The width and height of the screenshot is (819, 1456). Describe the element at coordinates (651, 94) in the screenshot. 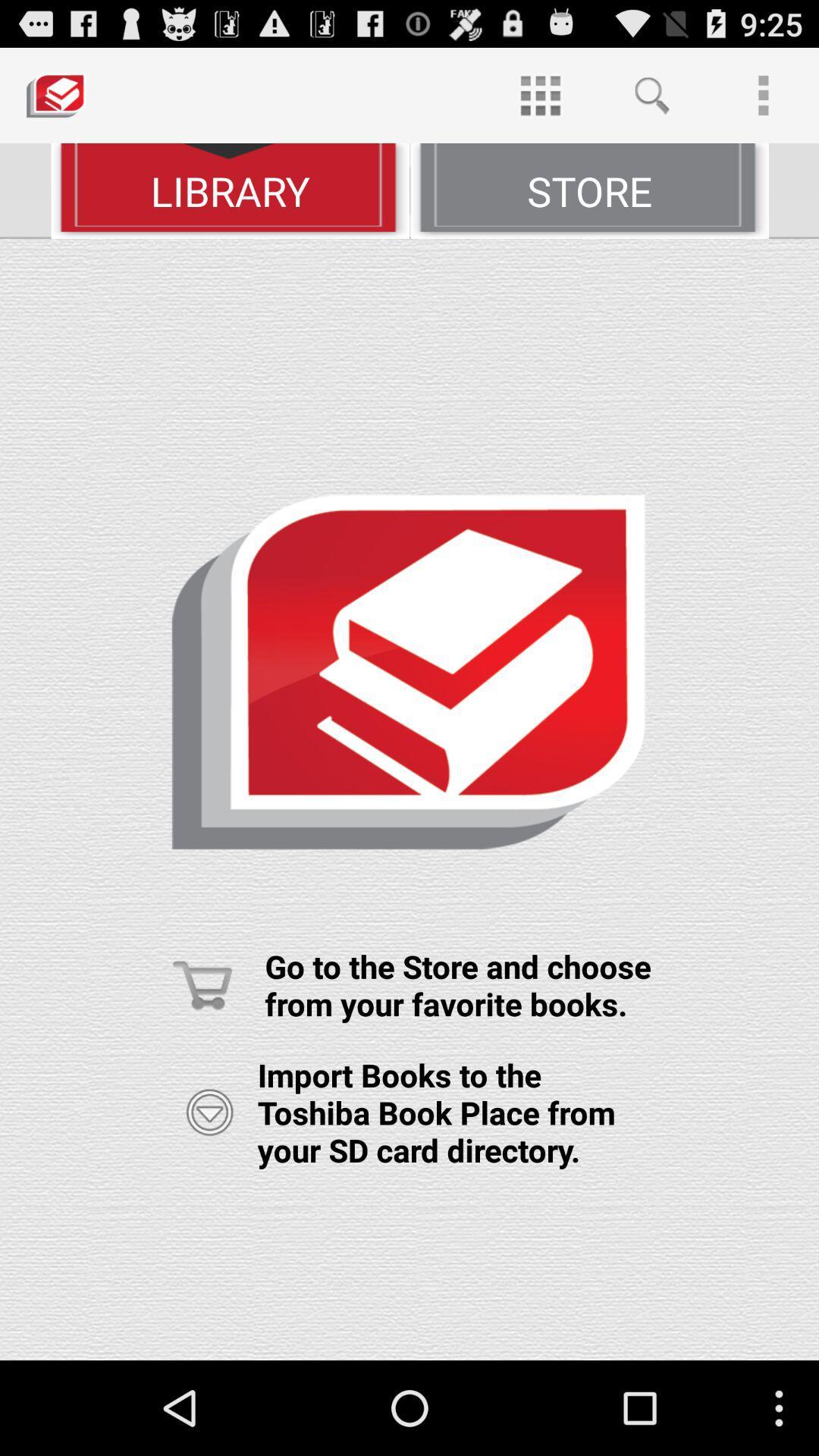

I see `app above store app` at that location.